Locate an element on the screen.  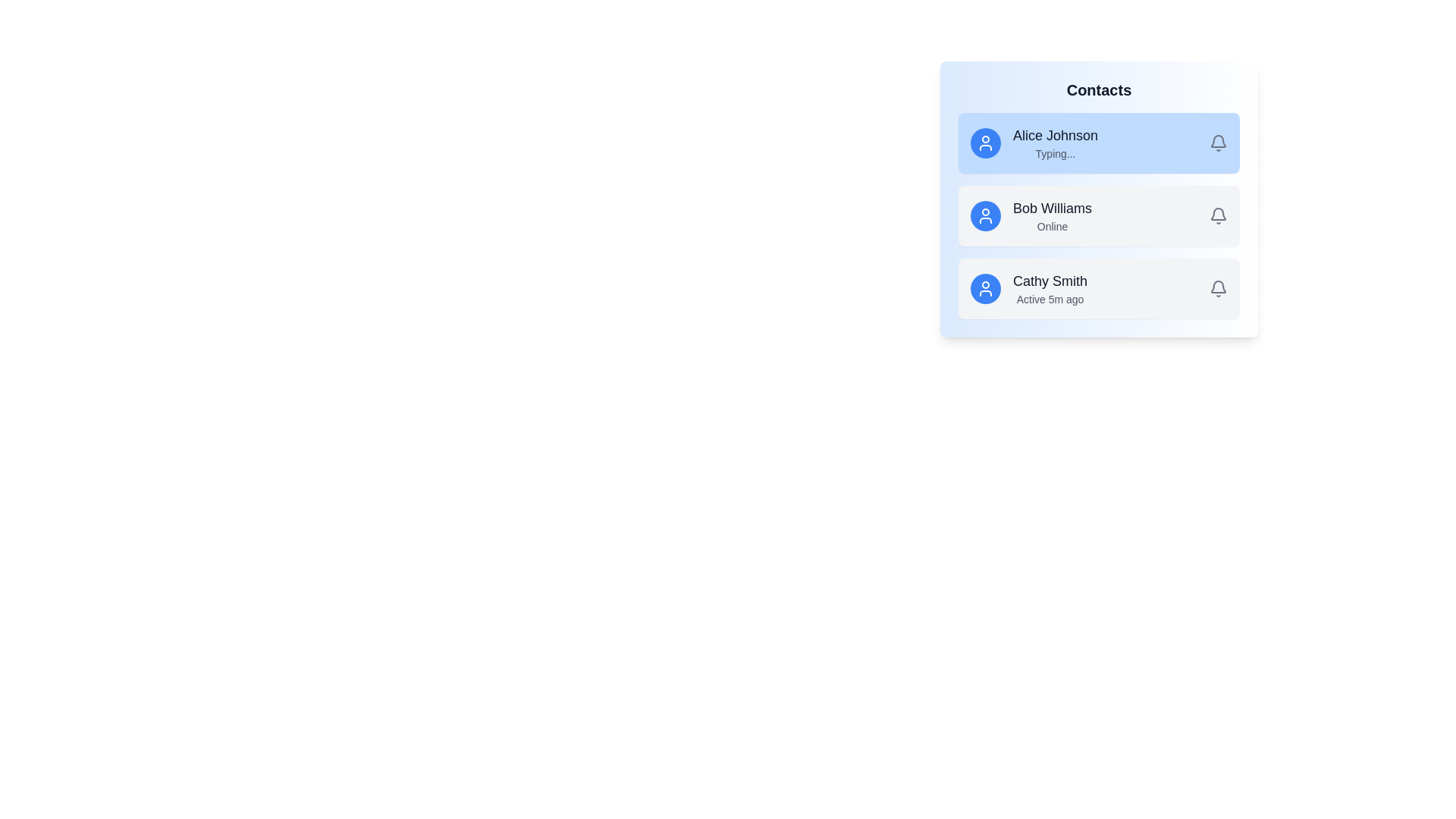
the text display of the contact 'Bob Williams', which is the second item in the contact list, positioned above 'Cathy Smith Active 5m ago' is located at coordinates (1051, 216).